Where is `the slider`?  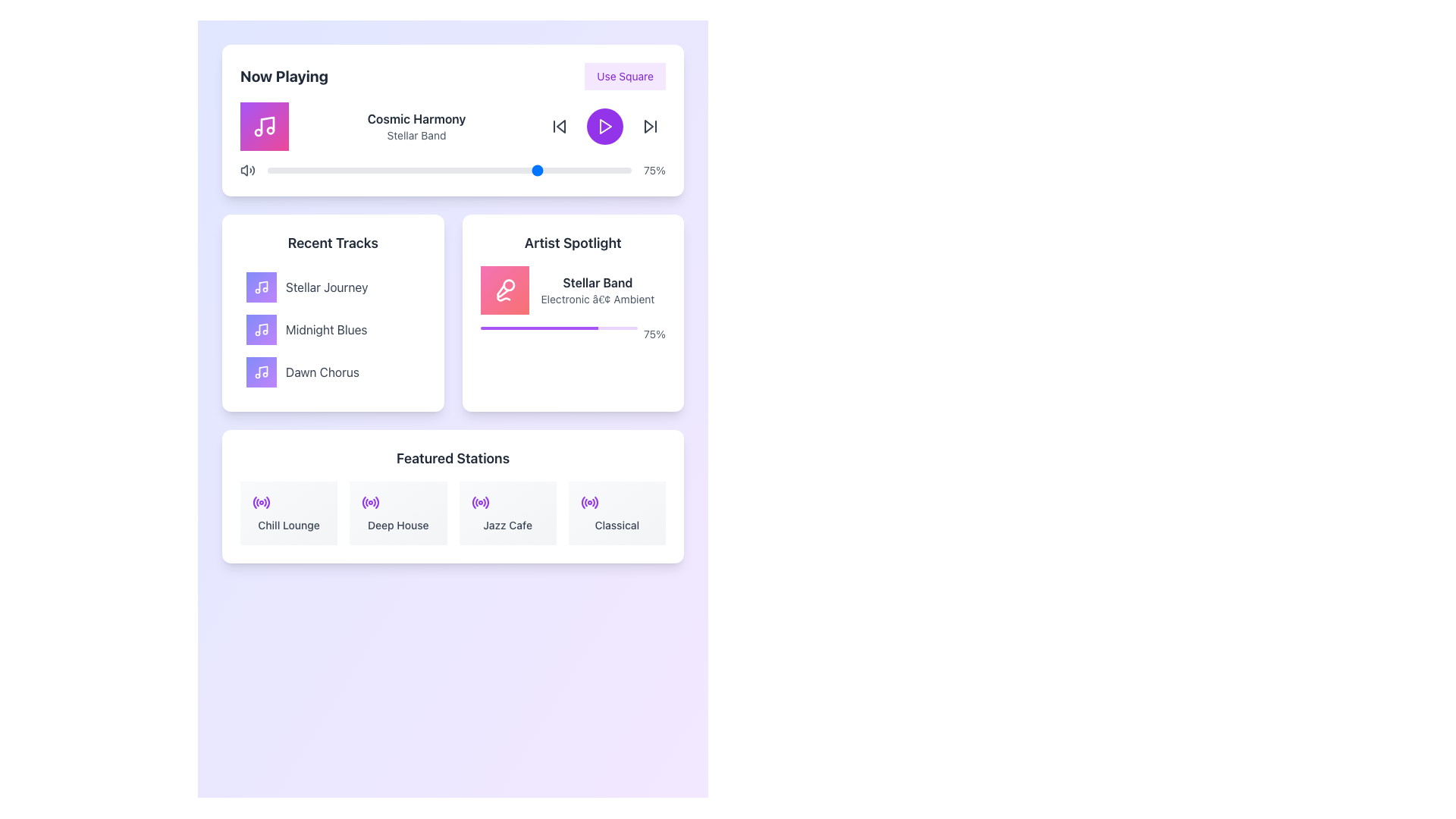
the slider is located at coordinates (409, 170).